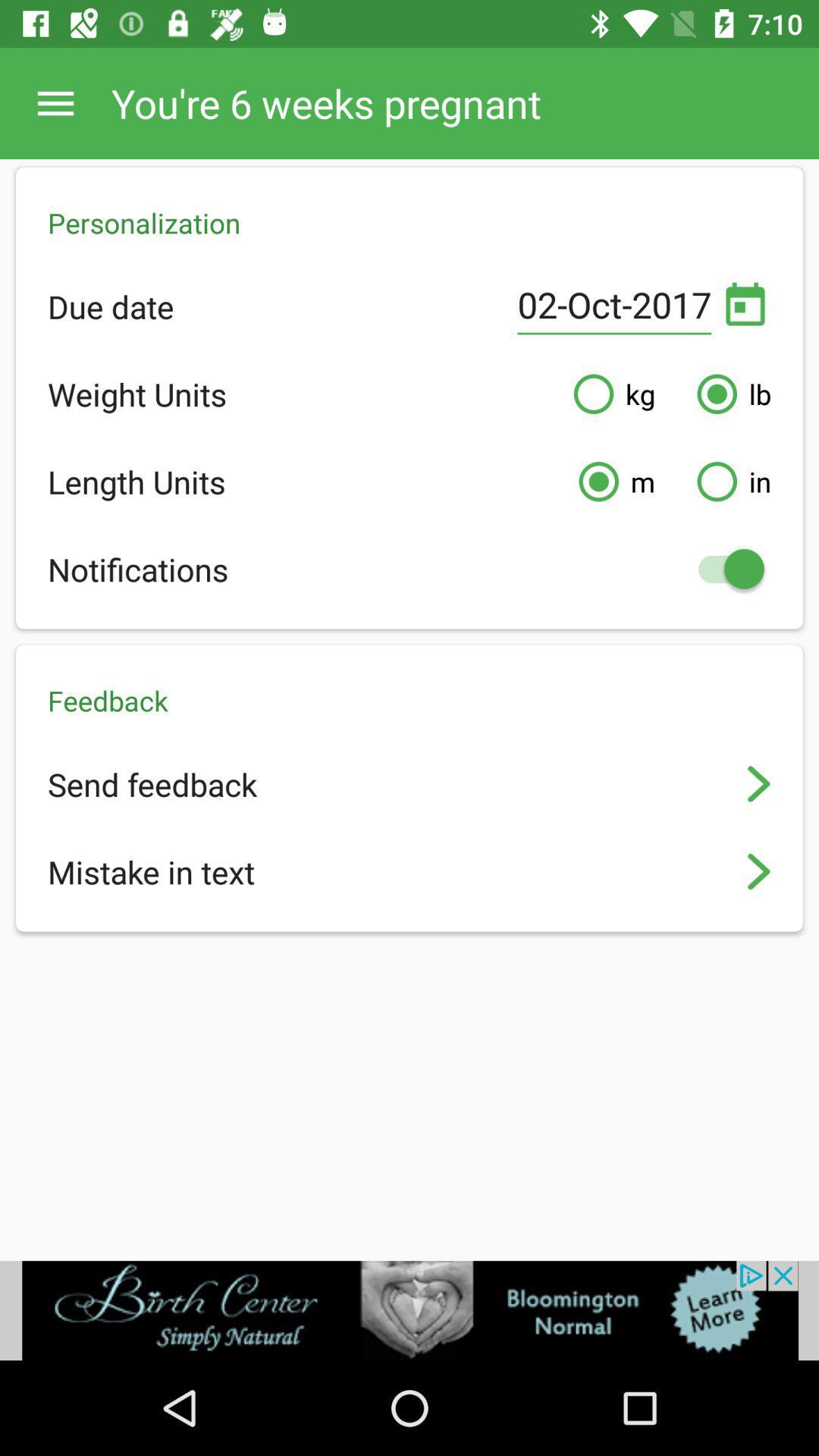 The height and width of the screenshot is (1456, 819). What do you see at coordinates (409, 1310) in the screenshot?
I see `learn about this product` at bounding box center [409, 1310].